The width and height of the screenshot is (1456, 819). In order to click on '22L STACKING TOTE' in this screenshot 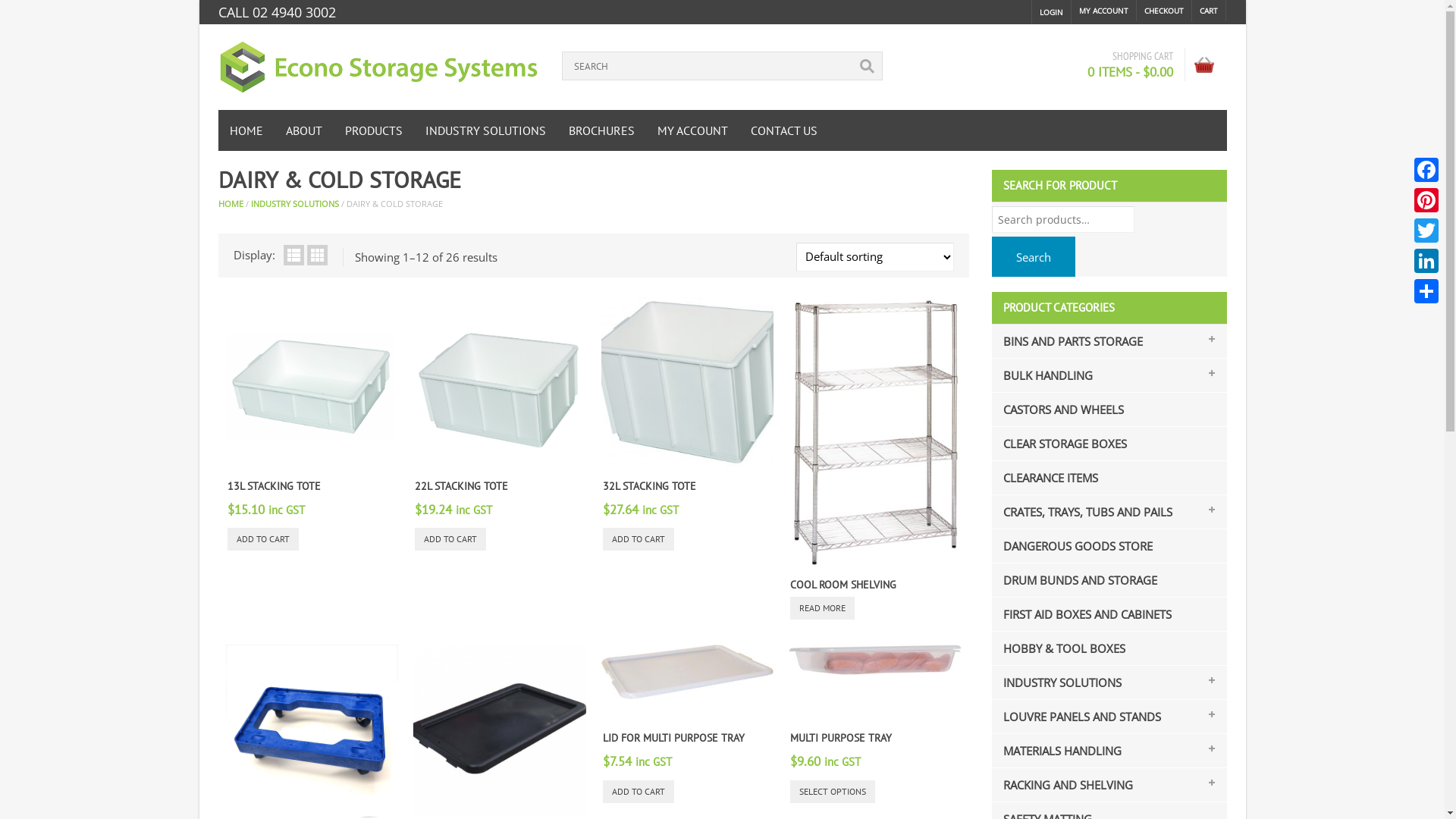, I will do `click(460, 485)`.